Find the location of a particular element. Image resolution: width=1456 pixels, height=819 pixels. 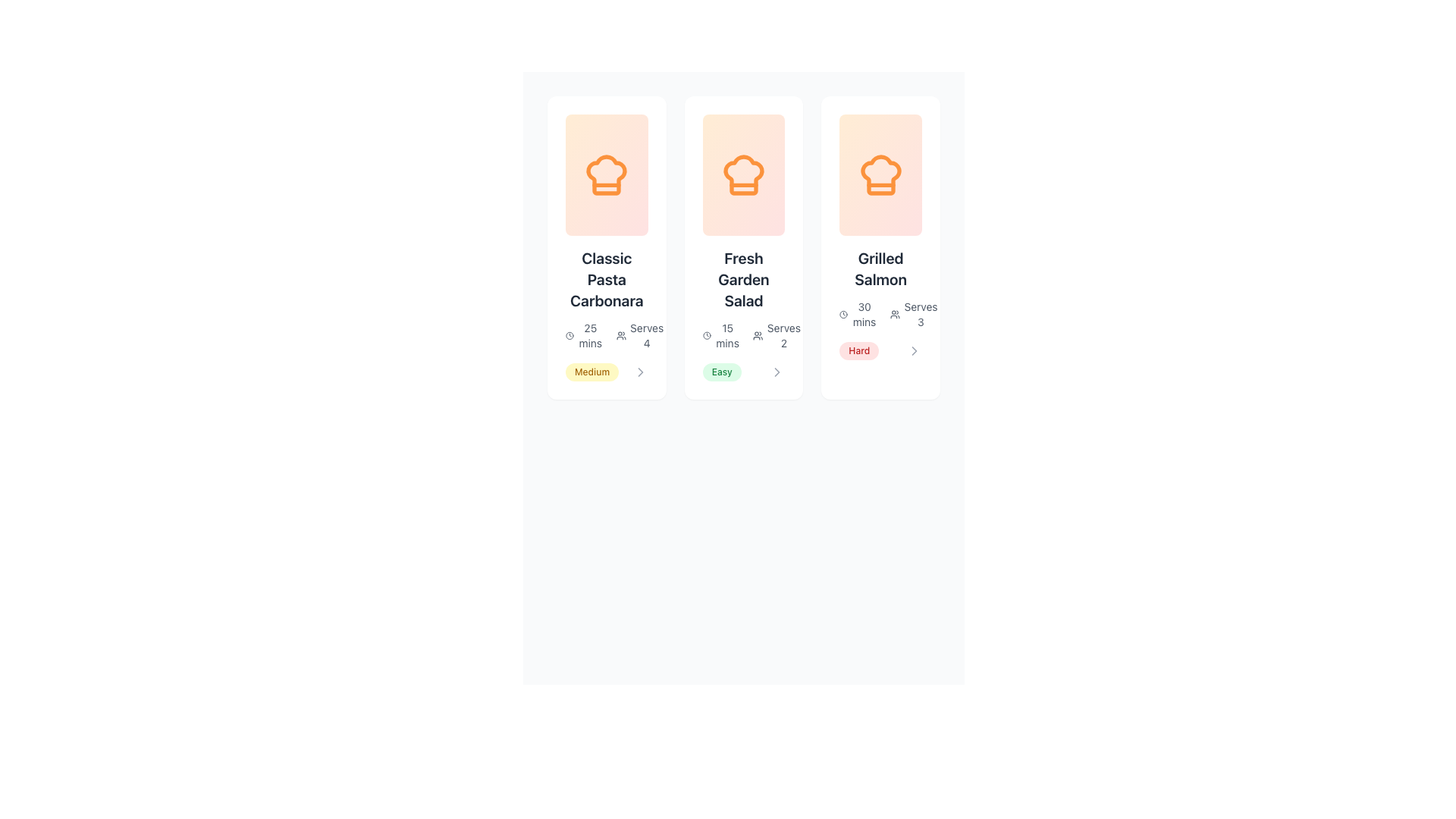

the text label displaying 'Fresh Garden Salad', which is centrally positioned within the middle recipe card is located at coordinates (743, 280).